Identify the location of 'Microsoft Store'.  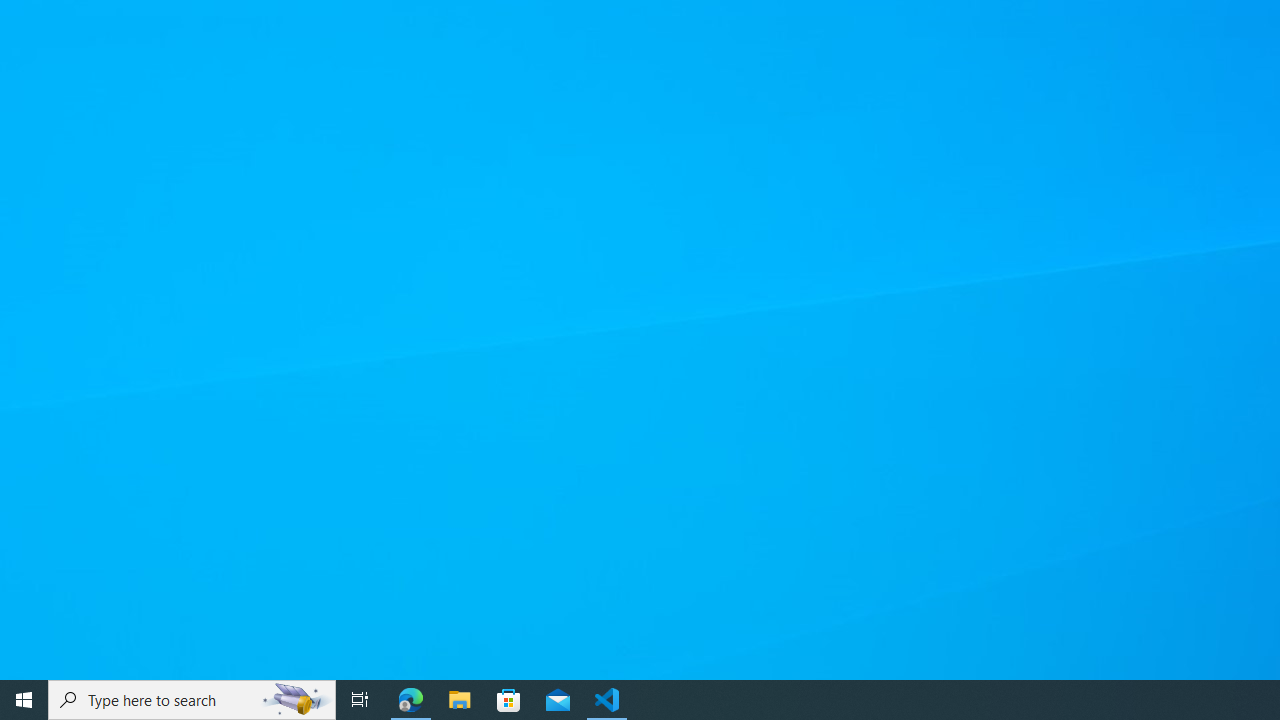
(509, 698).